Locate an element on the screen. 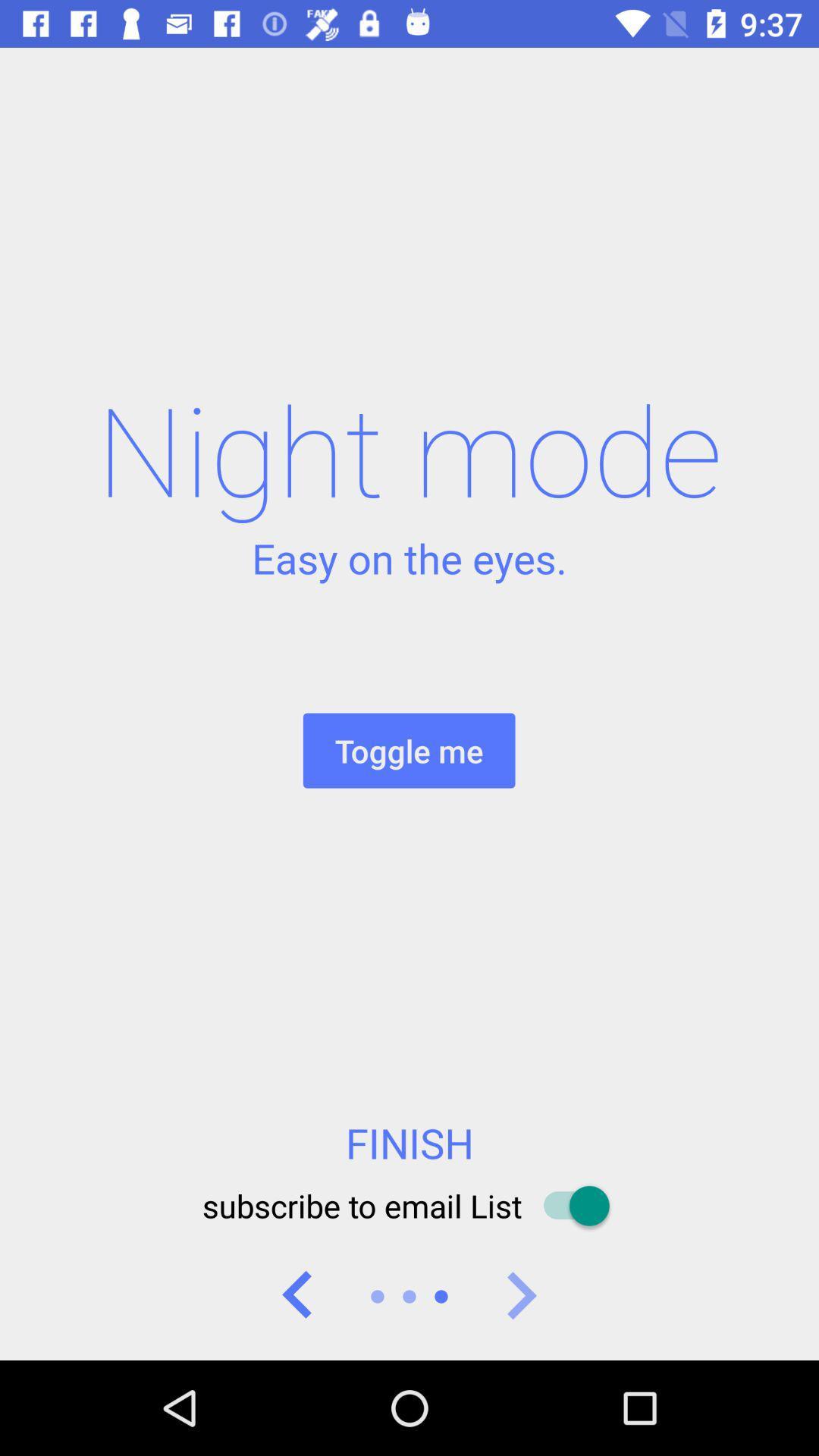  the icon below the finish icon is located at coordinates (409, 1205).